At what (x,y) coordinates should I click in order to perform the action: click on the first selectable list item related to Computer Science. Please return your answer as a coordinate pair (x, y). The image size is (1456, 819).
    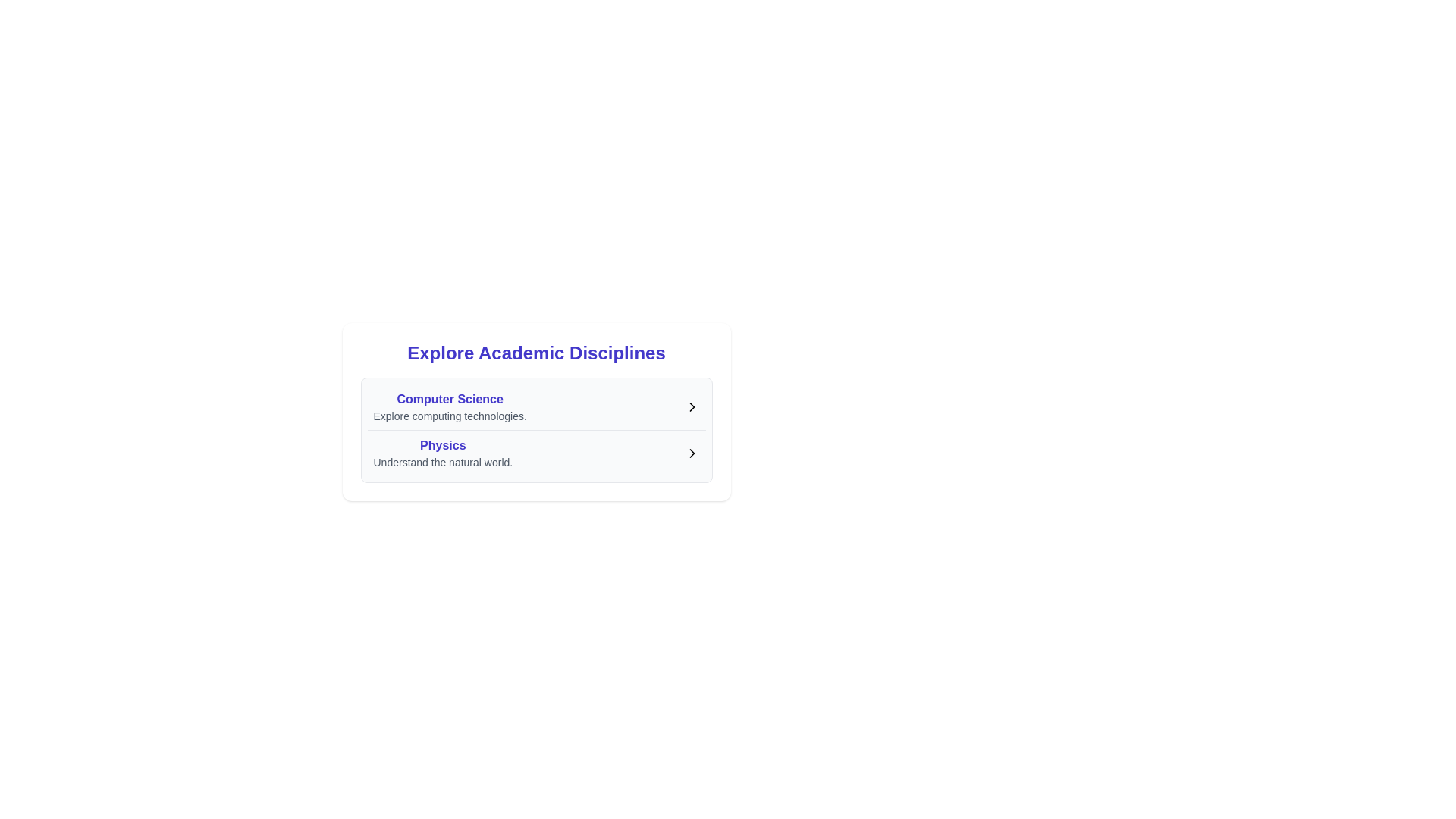
    Looking at the image, I should click on (536, 406).